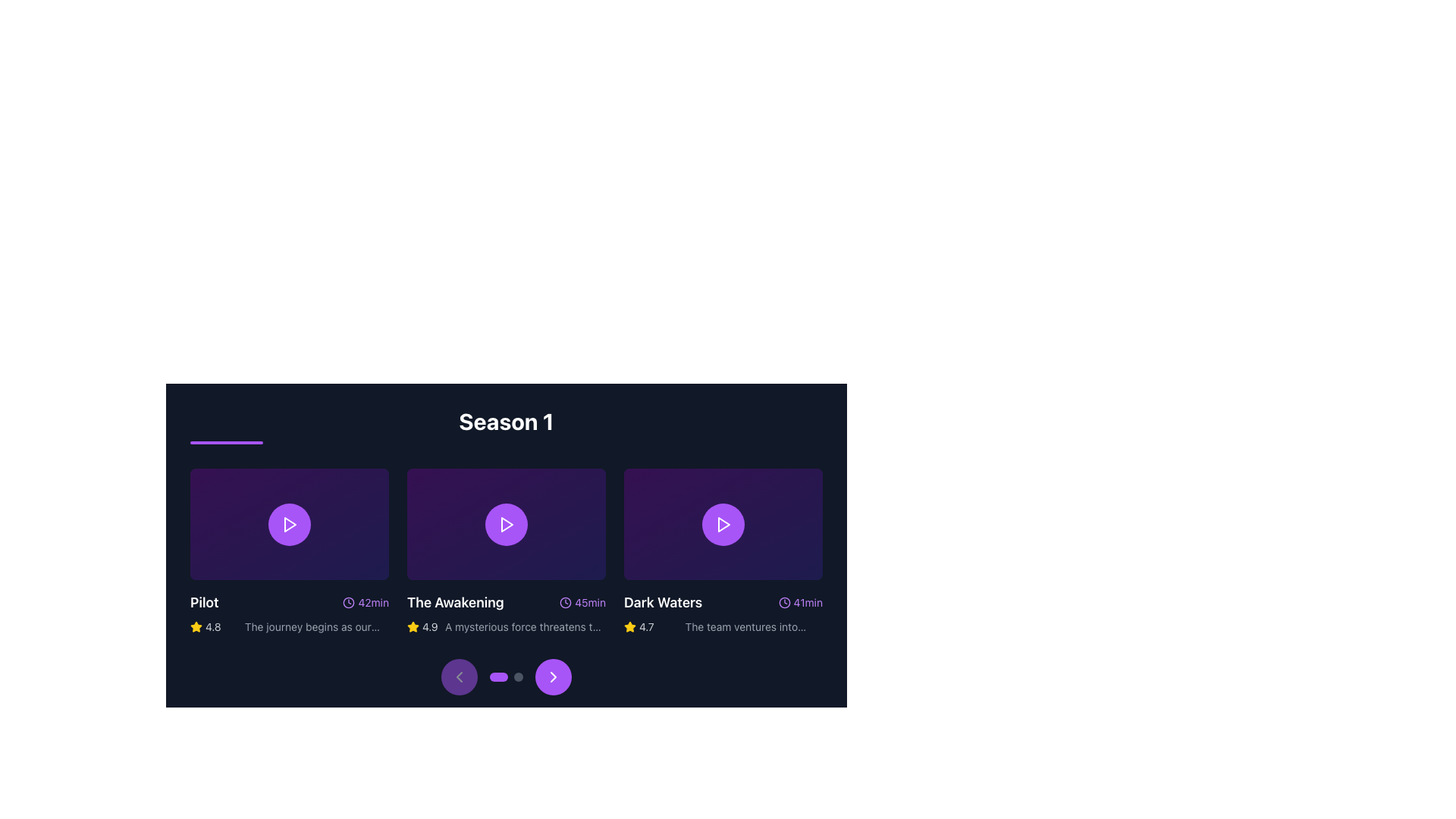  I want to click on the text label located below the title 'Pilot' and beside the yellow star icon with a rating of '4.8', so click(307, 627).